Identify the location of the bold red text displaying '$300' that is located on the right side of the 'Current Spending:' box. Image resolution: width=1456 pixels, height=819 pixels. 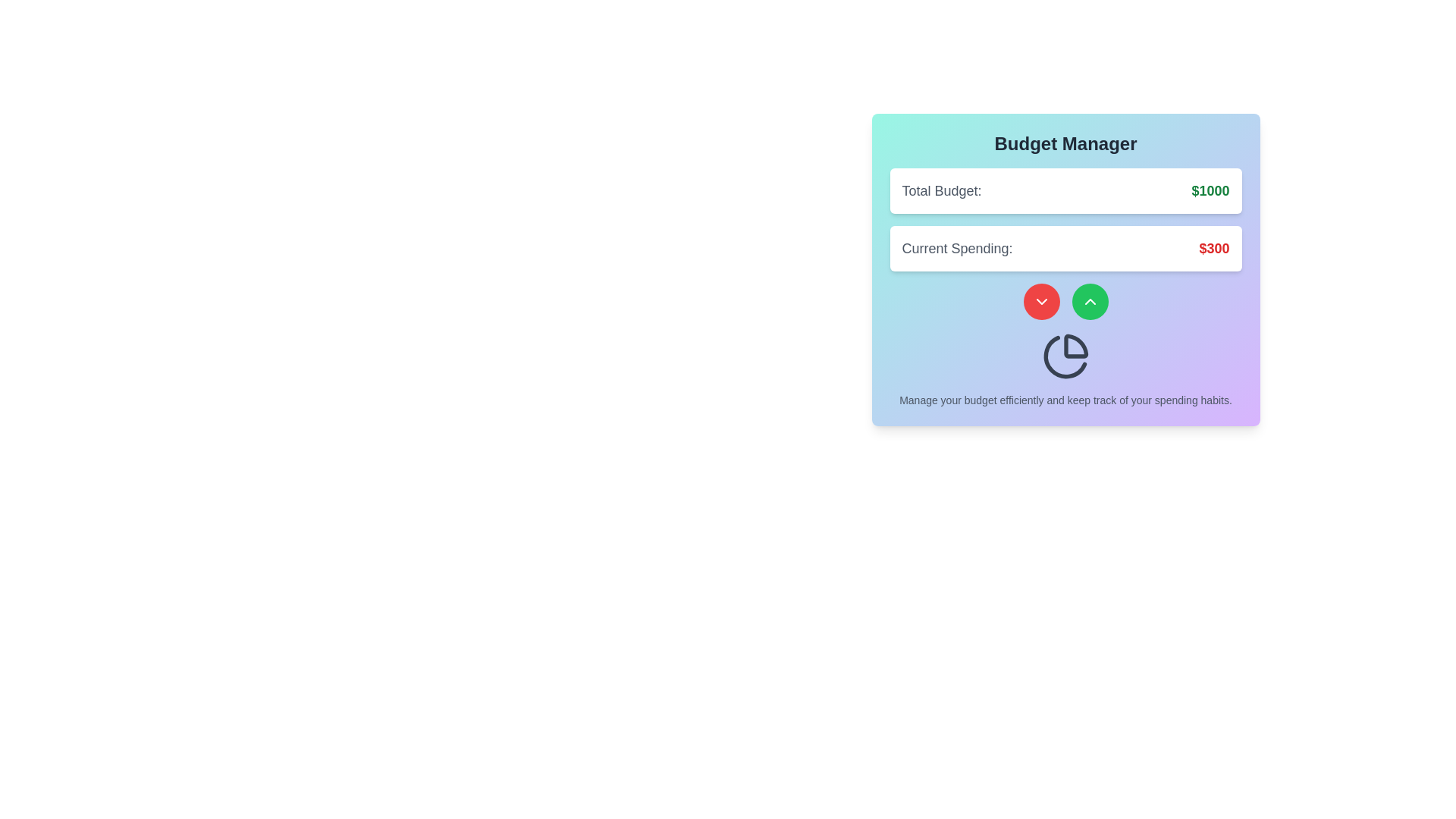
(1214, 247).